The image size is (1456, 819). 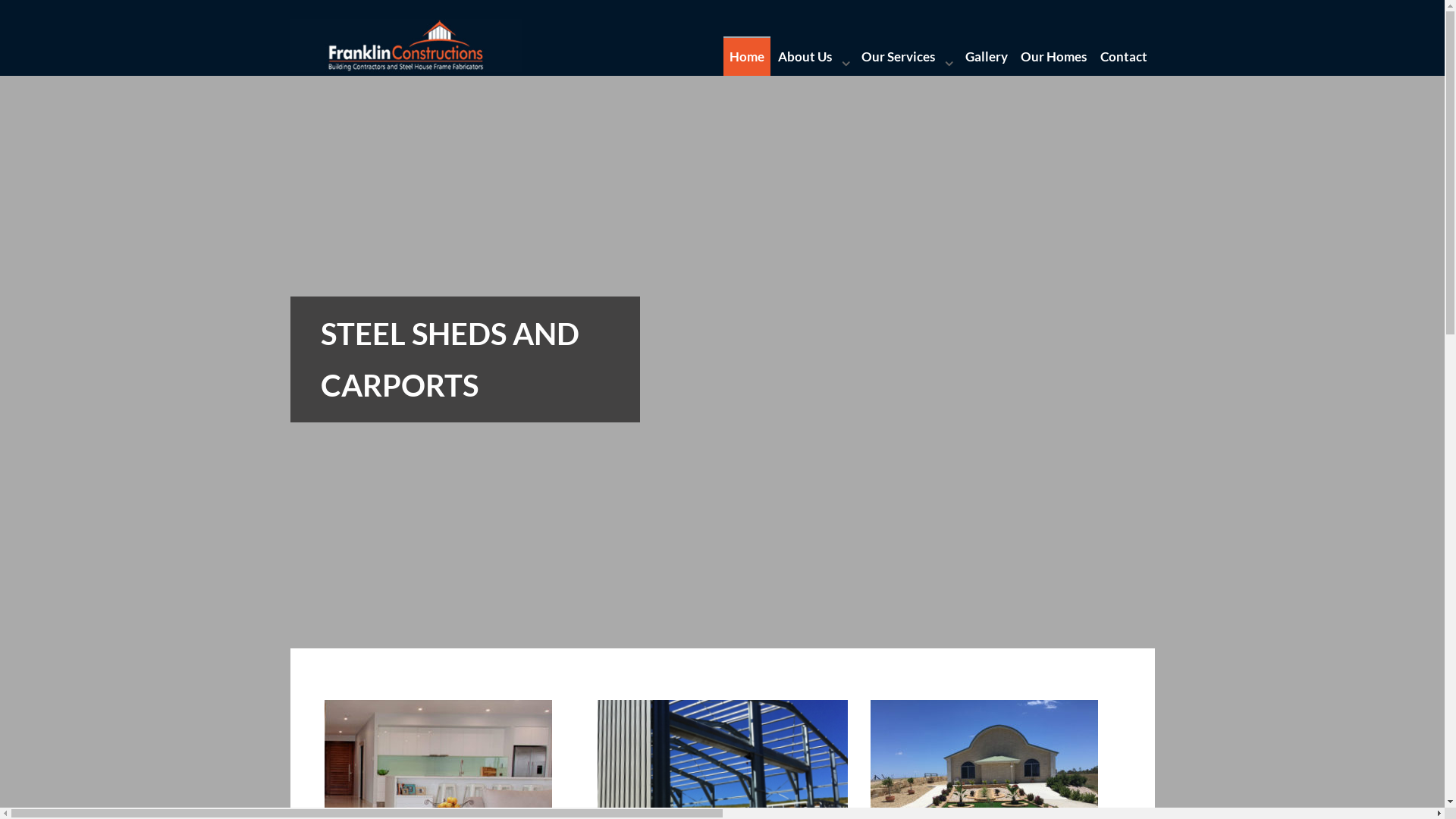 What do you see at coordinates (720, 512) in the screenshot?
I see `'STEEL HOMES AND` at bounding box center [720, 512].